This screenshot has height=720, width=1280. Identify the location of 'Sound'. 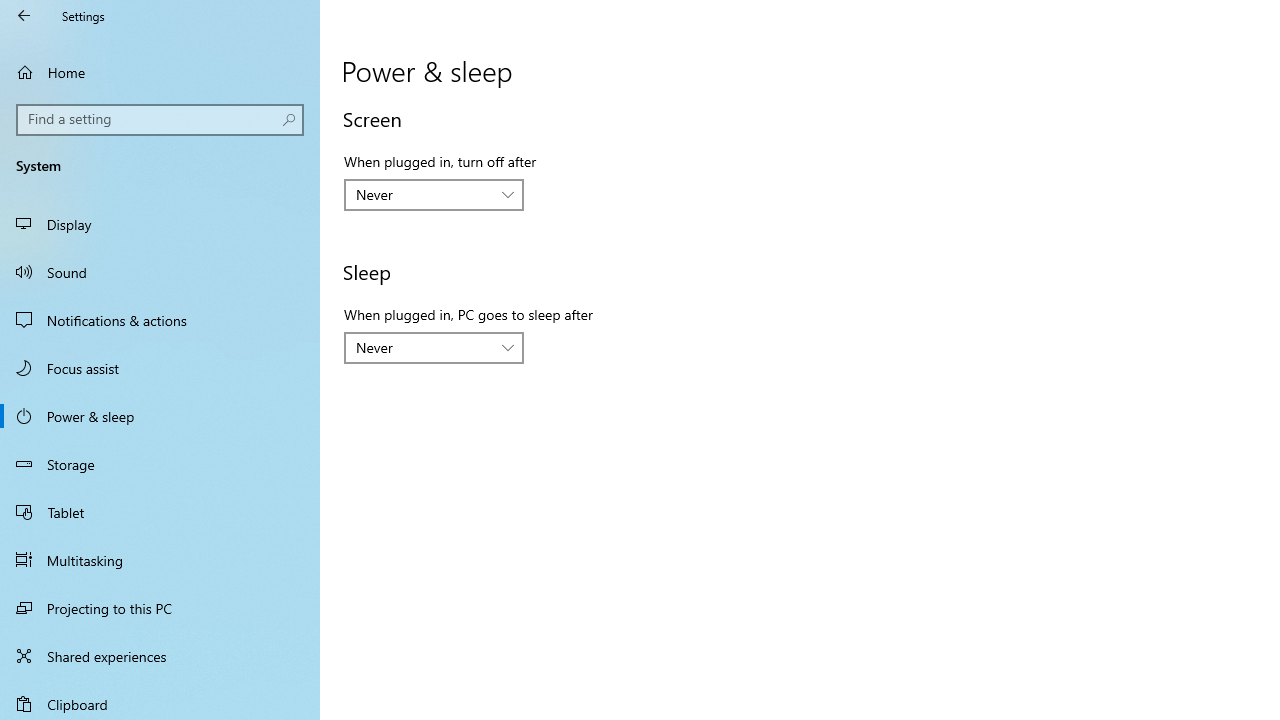
(160, 271).